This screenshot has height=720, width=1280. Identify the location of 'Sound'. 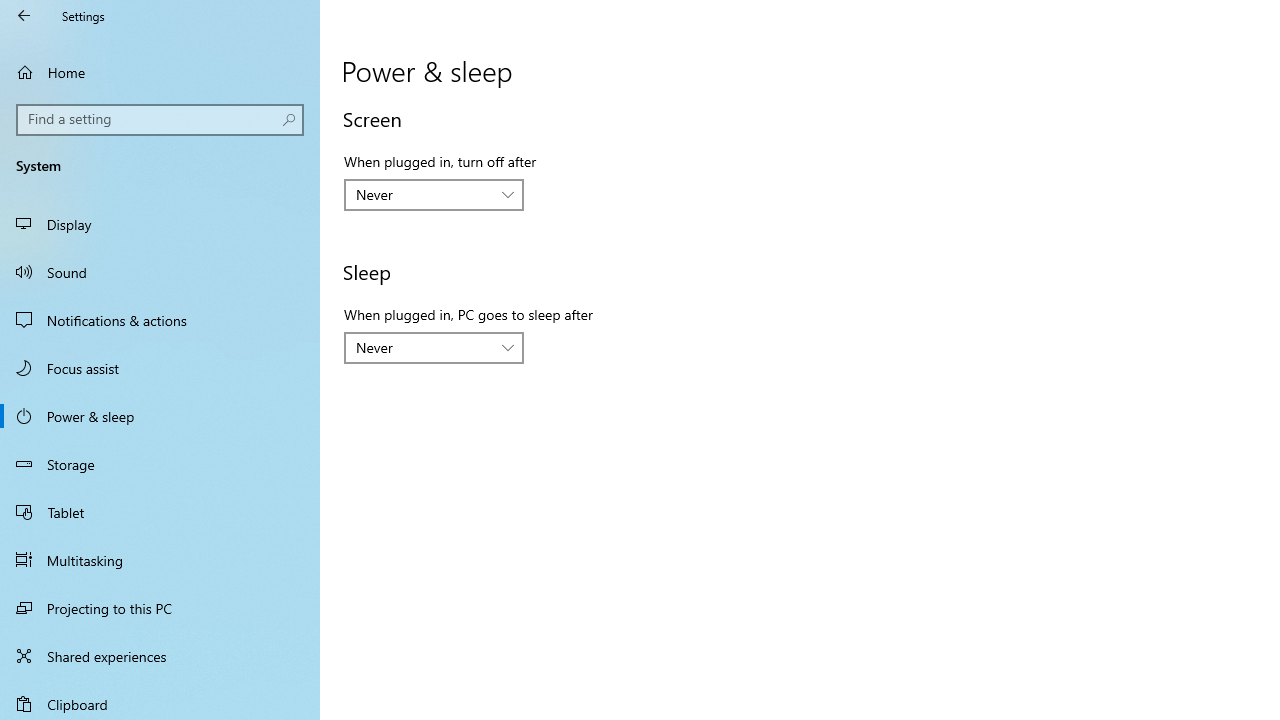
(160, 271).